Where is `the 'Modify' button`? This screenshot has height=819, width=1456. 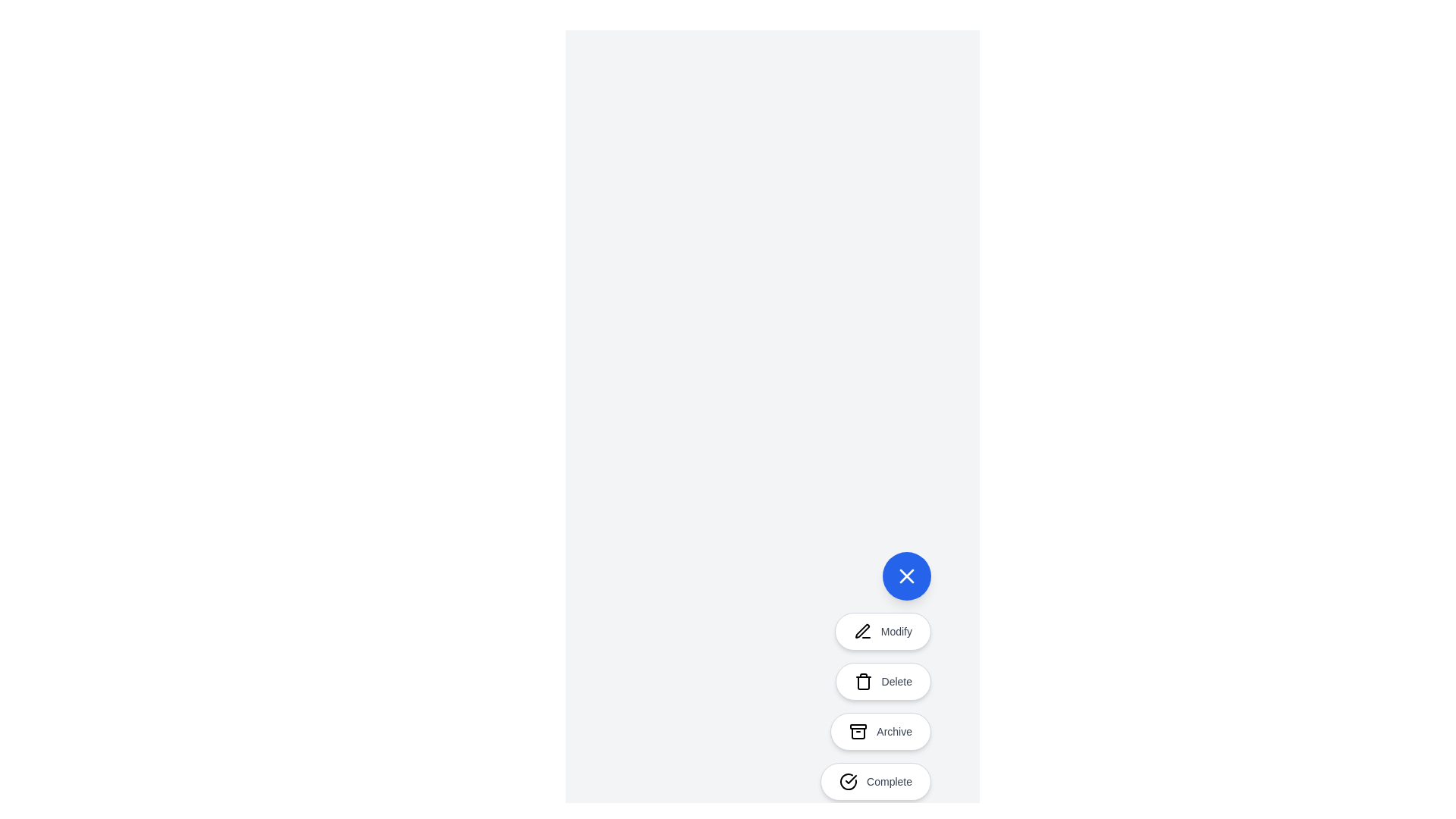 the 'Modify' button is located at coordinates (883, 632).